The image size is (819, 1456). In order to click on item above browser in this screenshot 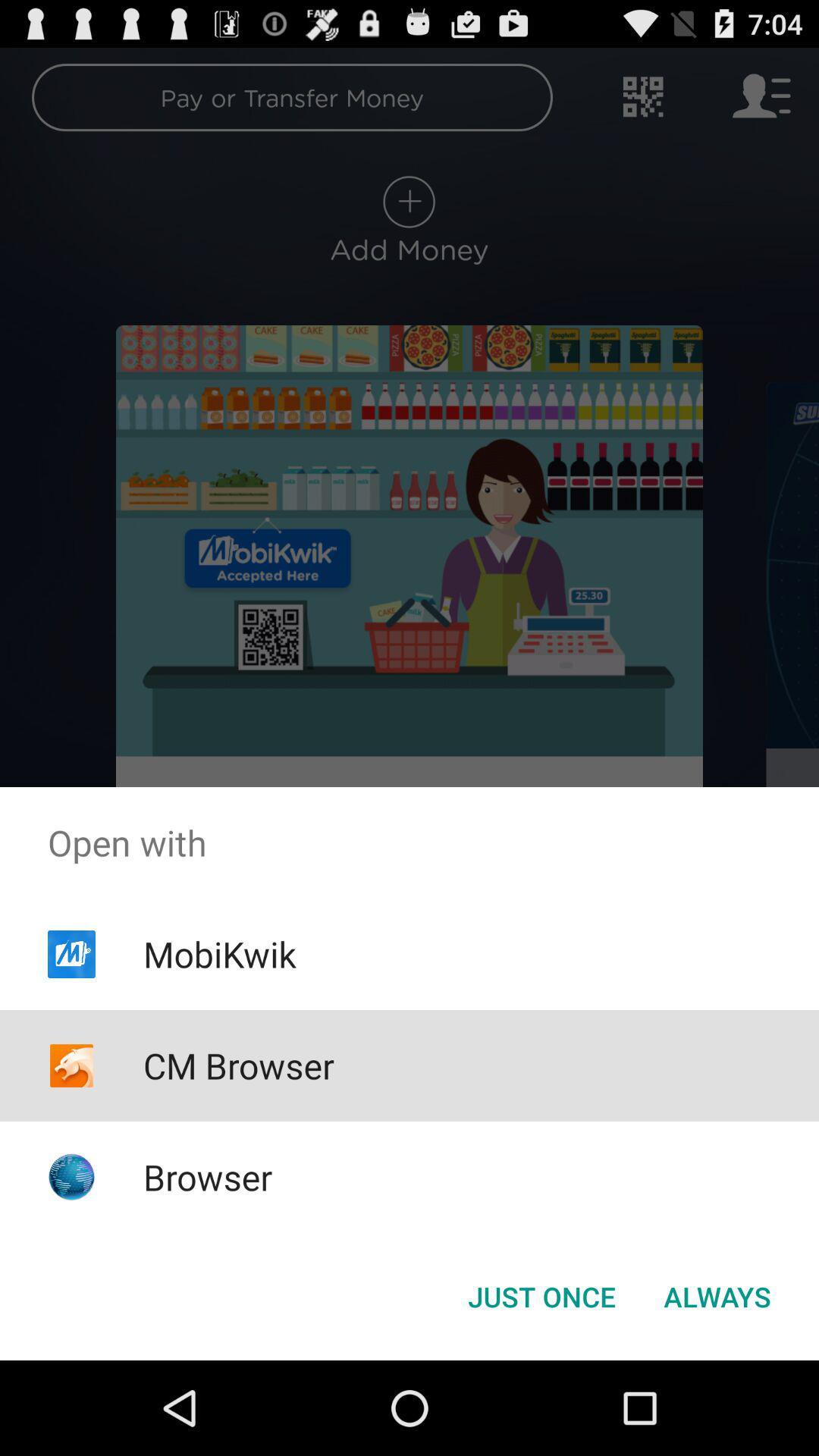, I will do `click(239, 1065)`.